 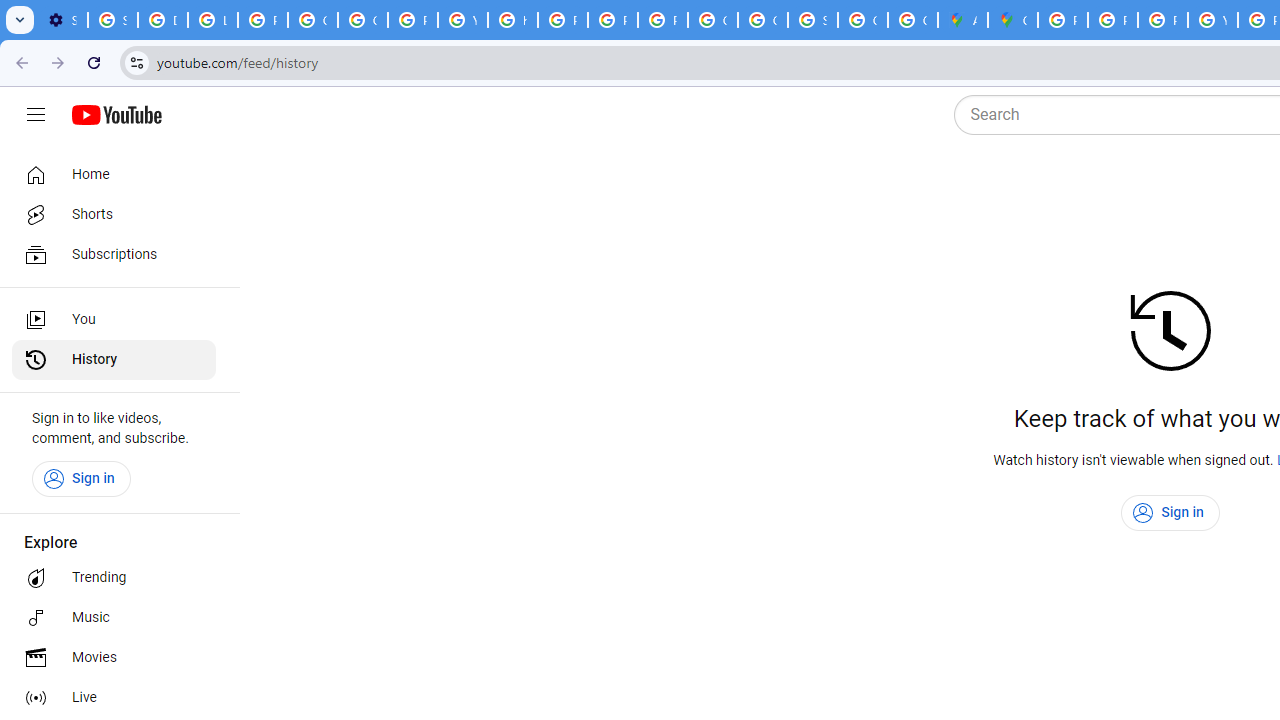 I want to click on 'History', so click(x=112, y=360).